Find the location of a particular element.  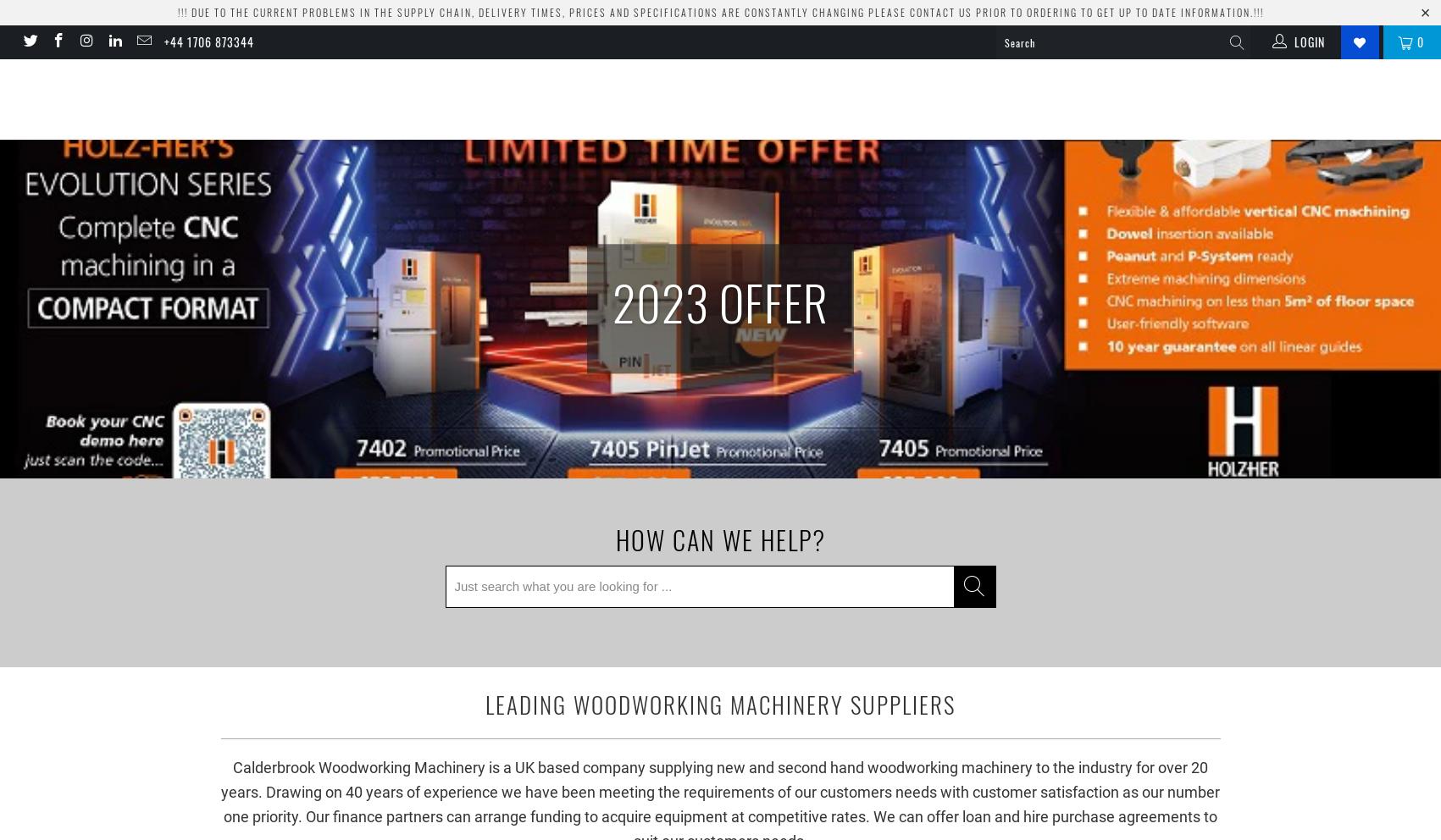

'Leading Woodworking Machinery Suppliers' is located at coordinates (720, 702).